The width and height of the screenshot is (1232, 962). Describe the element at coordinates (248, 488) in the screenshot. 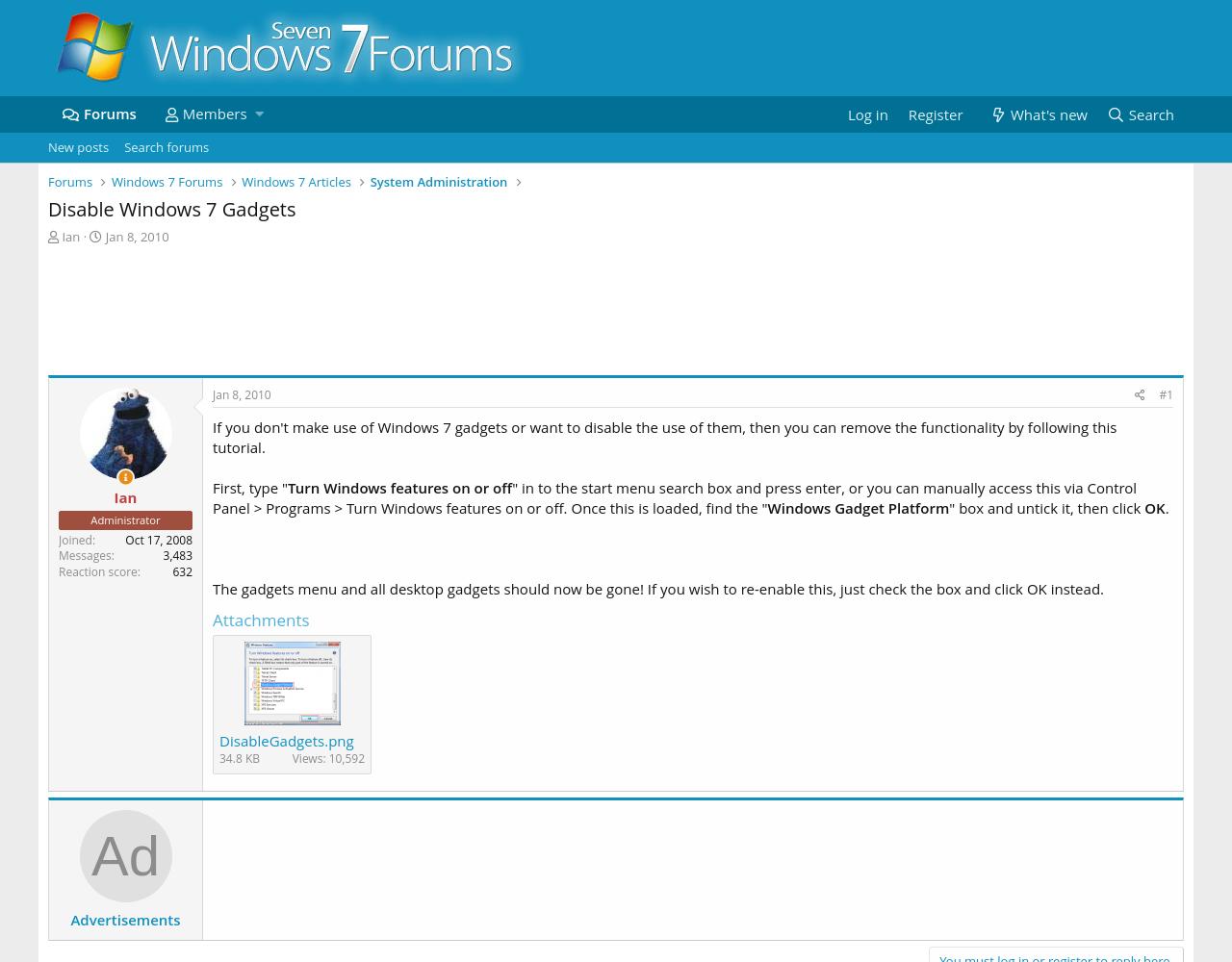

I see `'First, type "'` at that location.